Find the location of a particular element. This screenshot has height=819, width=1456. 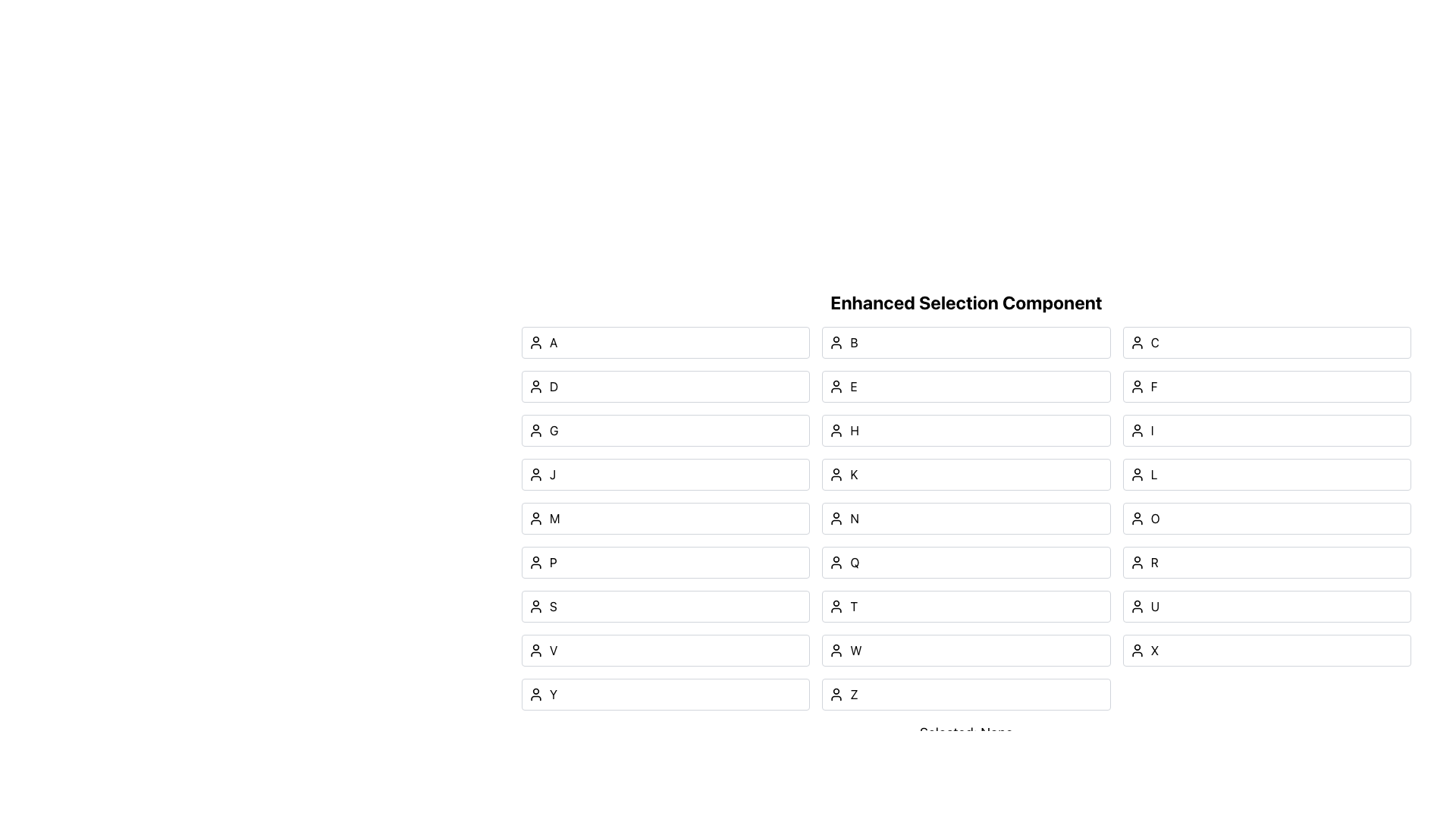

the user icon represented by a simplistic silhouette of a person, located at the left side of the 'W' column entry in the Enhanced Selection Component interface is located at coordinates (836, 649).